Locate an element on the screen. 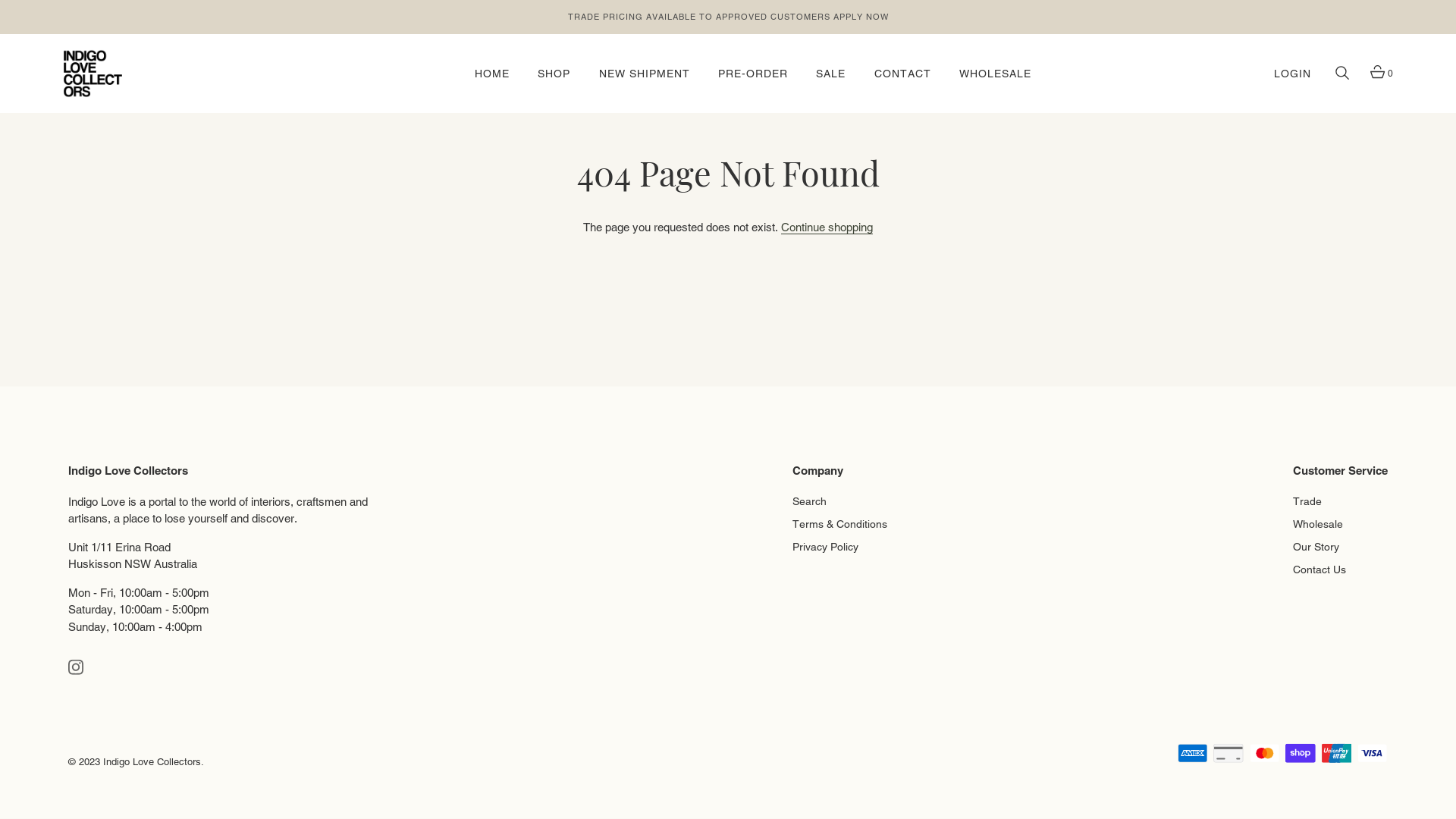 Image resolution: width=1456 pixels, height=819 pixels. 'Indigo Love Collectors' is located at coordinates (152, 761).